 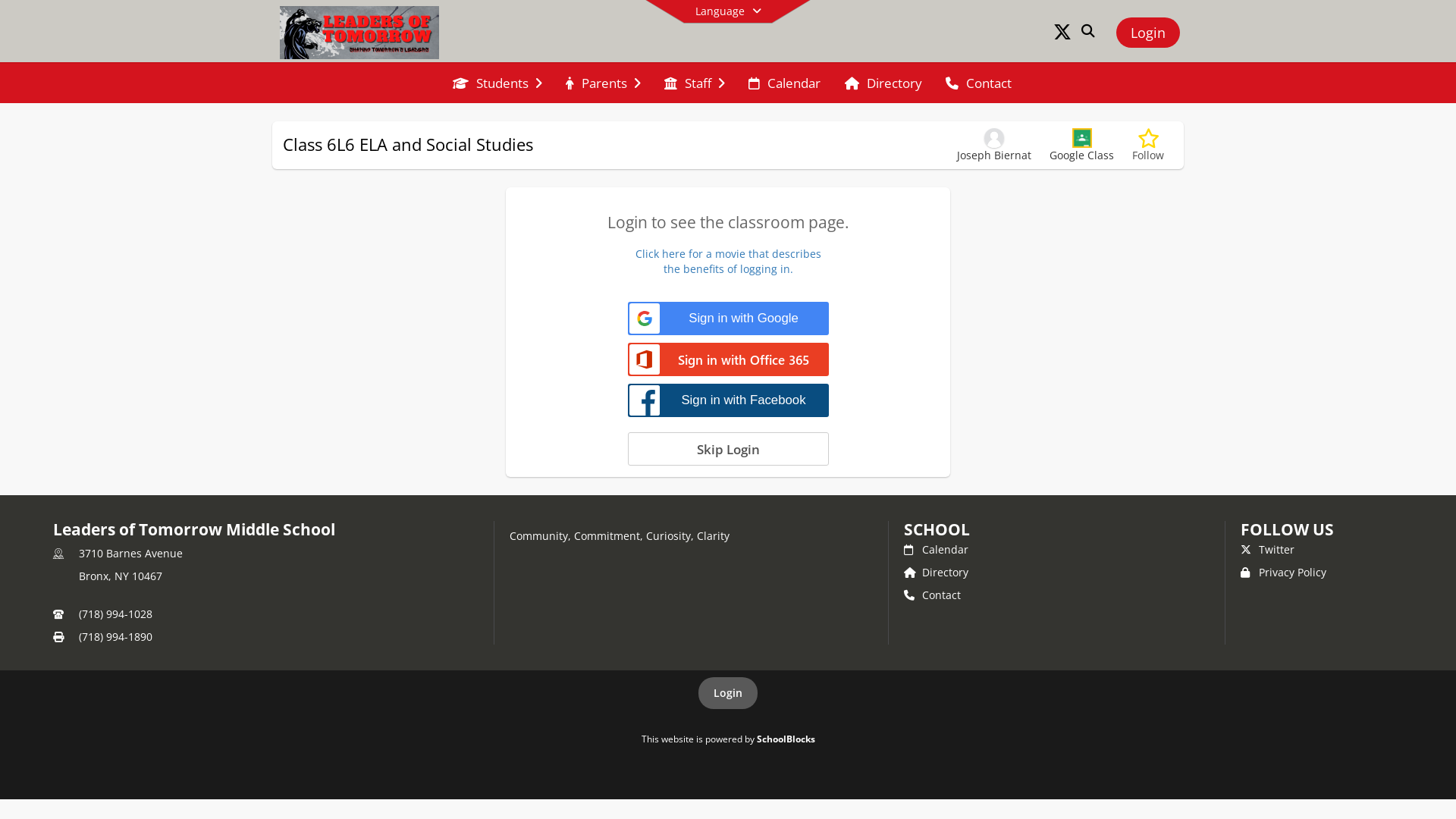 I want to click on 'Fax', so click(x=58, y=637).